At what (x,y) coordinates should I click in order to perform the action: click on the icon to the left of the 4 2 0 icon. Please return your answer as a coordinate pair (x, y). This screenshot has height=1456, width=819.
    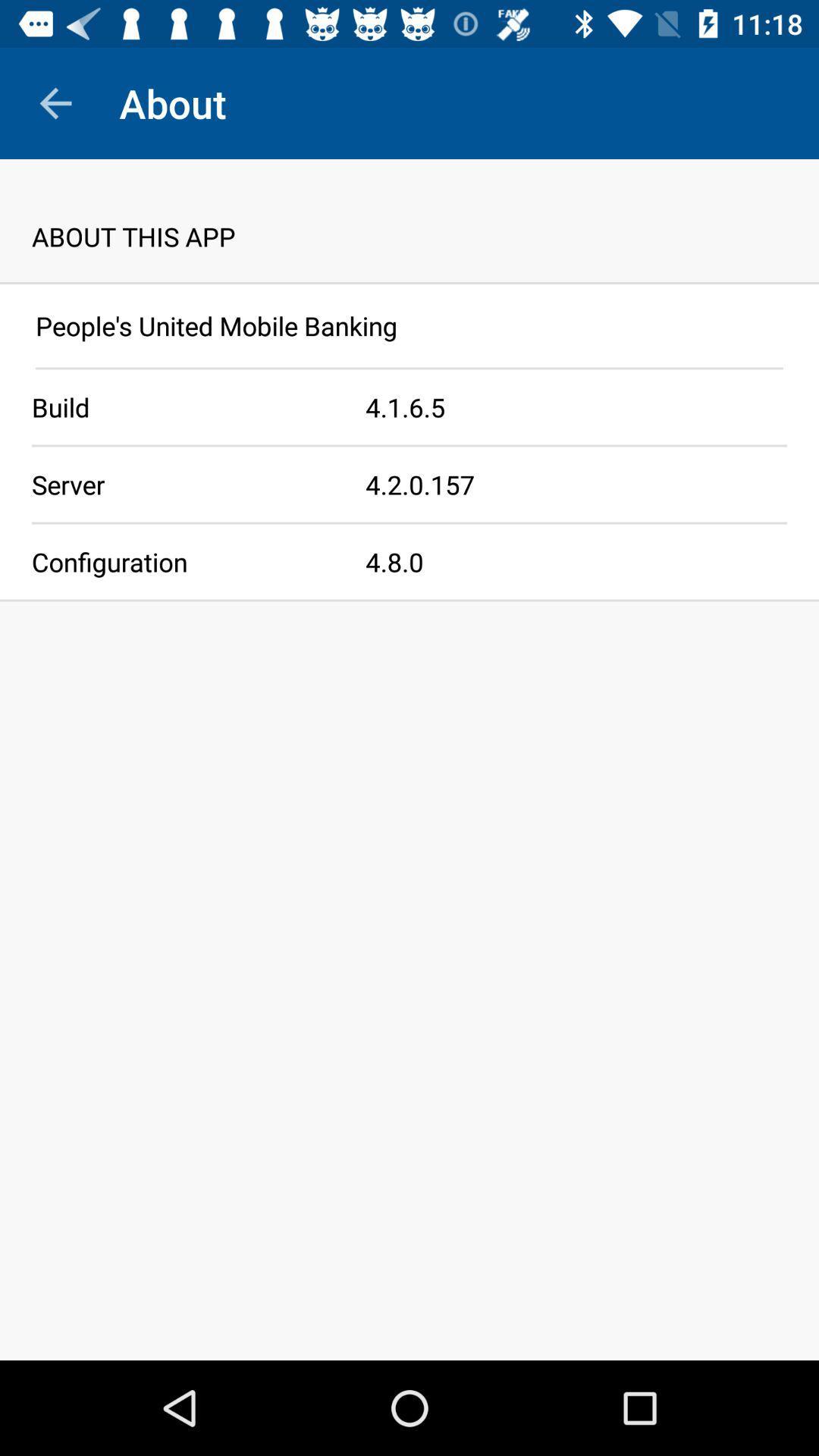
    Looking at the image, I should click on (182, 483).